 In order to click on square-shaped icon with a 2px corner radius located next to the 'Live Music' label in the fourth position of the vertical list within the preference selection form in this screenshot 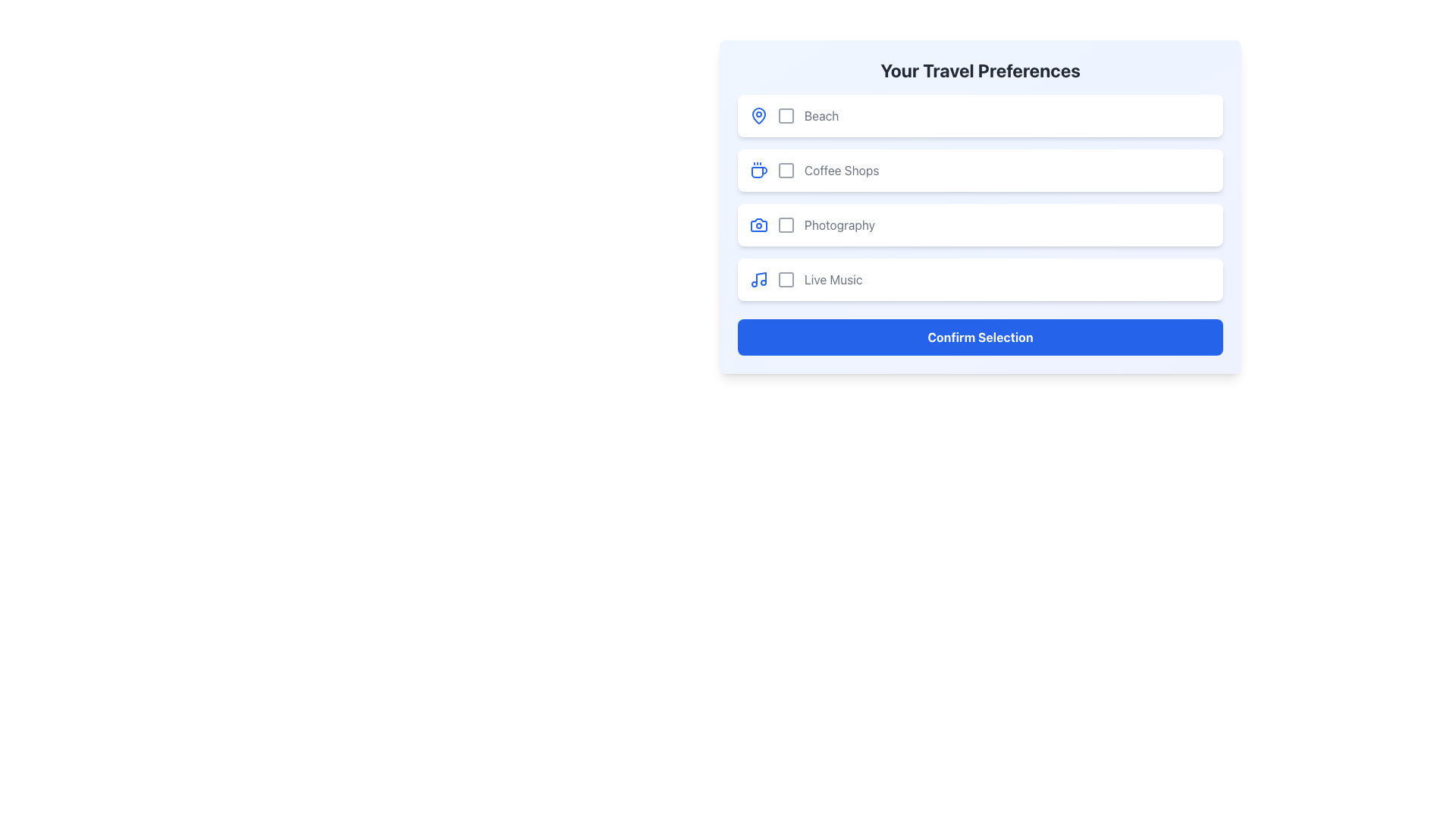, I will do `click(786, 280)`.